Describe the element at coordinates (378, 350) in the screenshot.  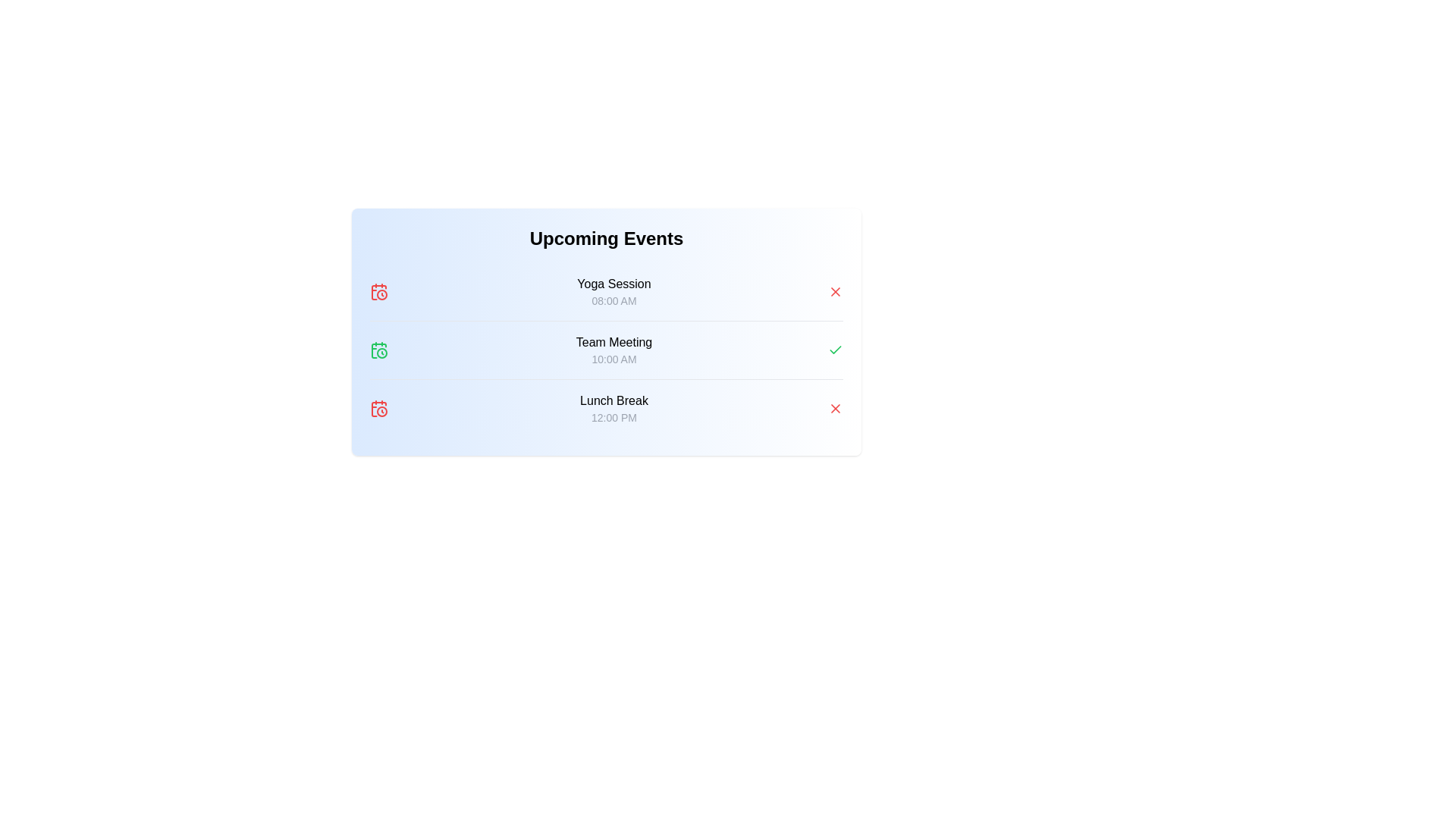
I see `the calendar icon representing the scheduled meeting for the 'Team Meeting' event` at that location.